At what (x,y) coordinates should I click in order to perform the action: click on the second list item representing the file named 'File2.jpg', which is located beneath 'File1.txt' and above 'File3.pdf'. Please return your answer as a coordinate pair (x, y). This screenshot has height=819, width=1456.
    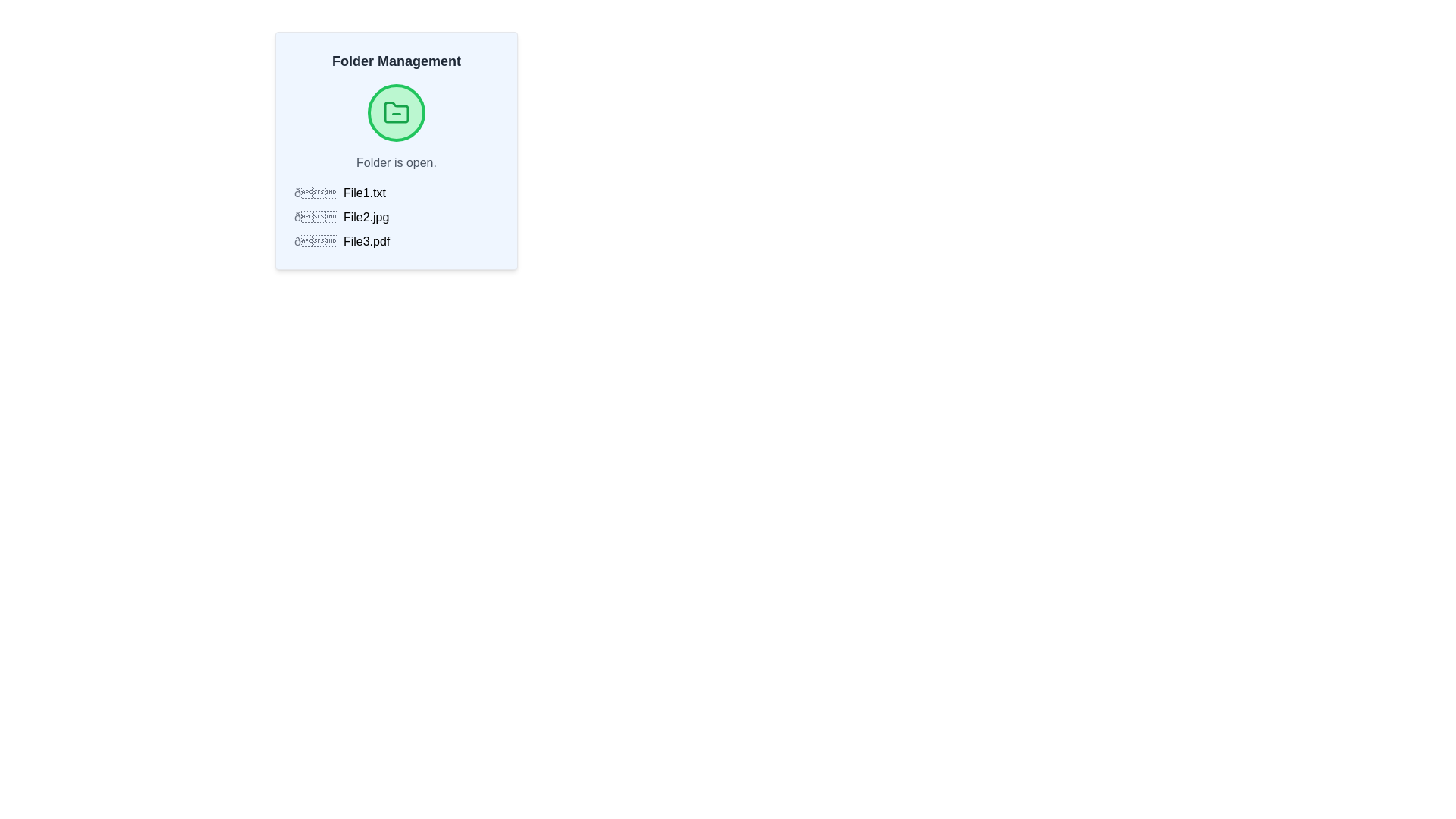
    Looking at the image, I should click on (397, 217).